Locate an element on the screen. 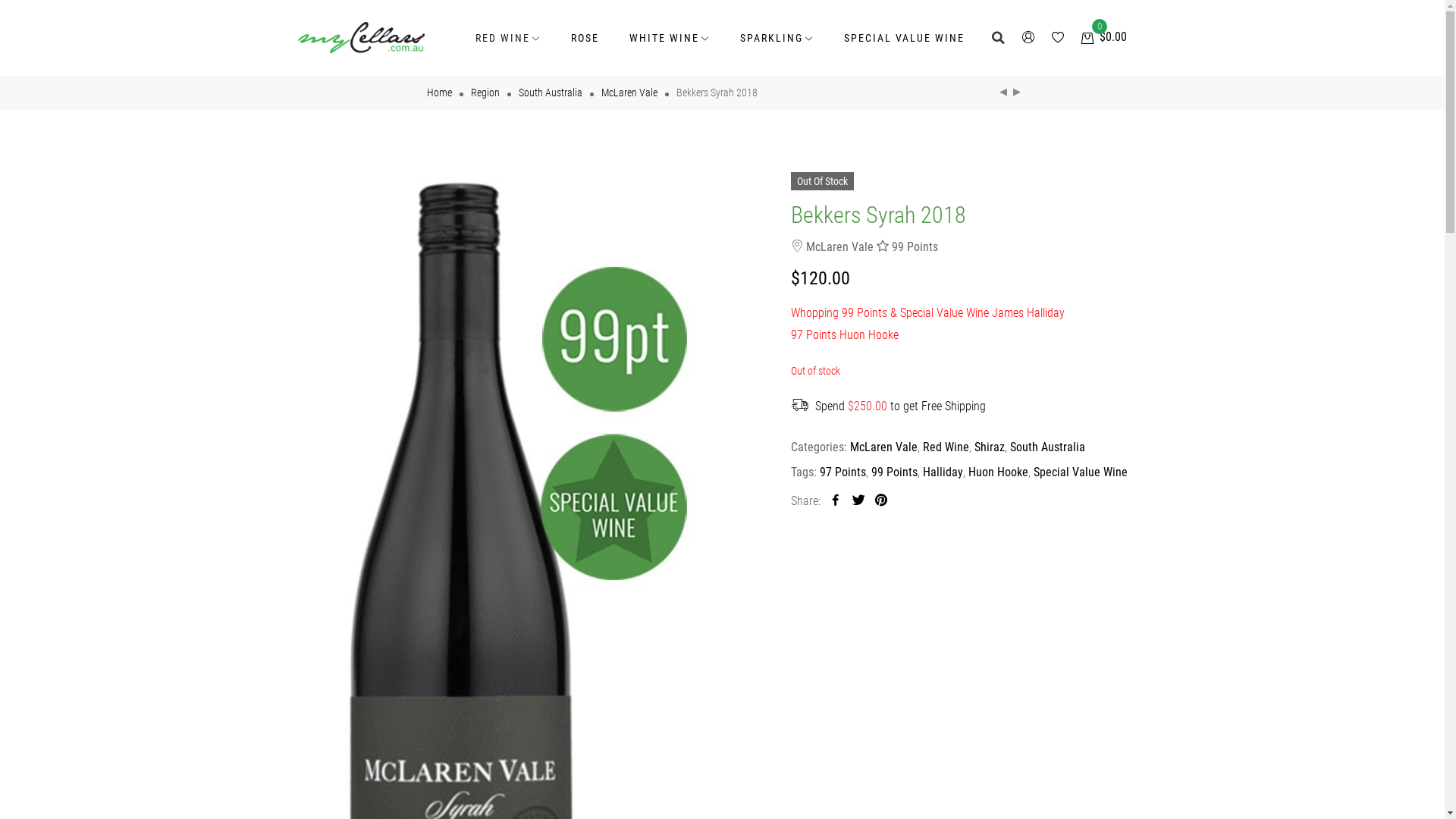  'Halliday' is located at coordinates (941, 471).